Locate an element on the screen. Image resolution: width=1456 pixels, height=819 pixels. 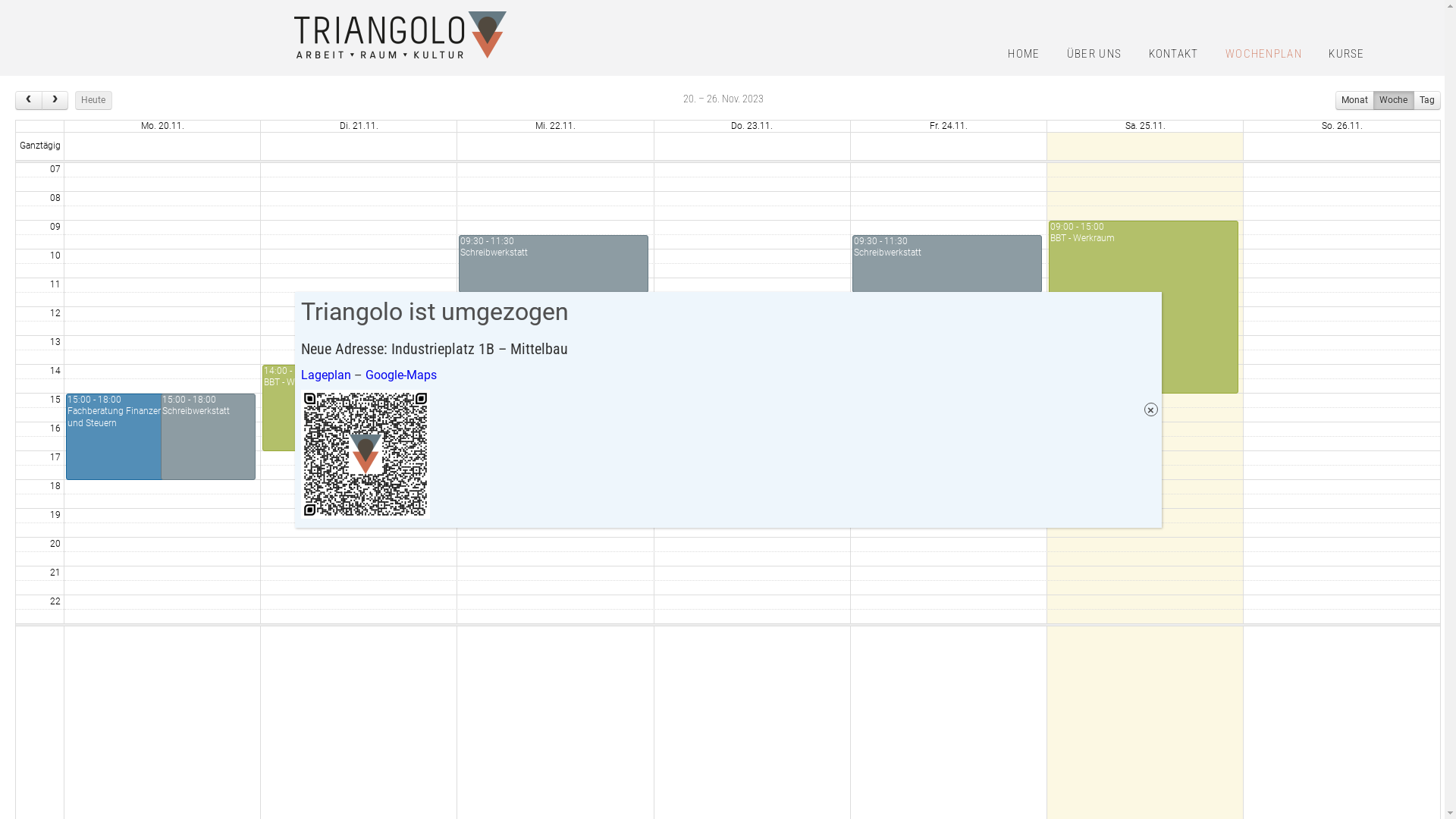
'Monat' is located at coordinates (1354, 100).